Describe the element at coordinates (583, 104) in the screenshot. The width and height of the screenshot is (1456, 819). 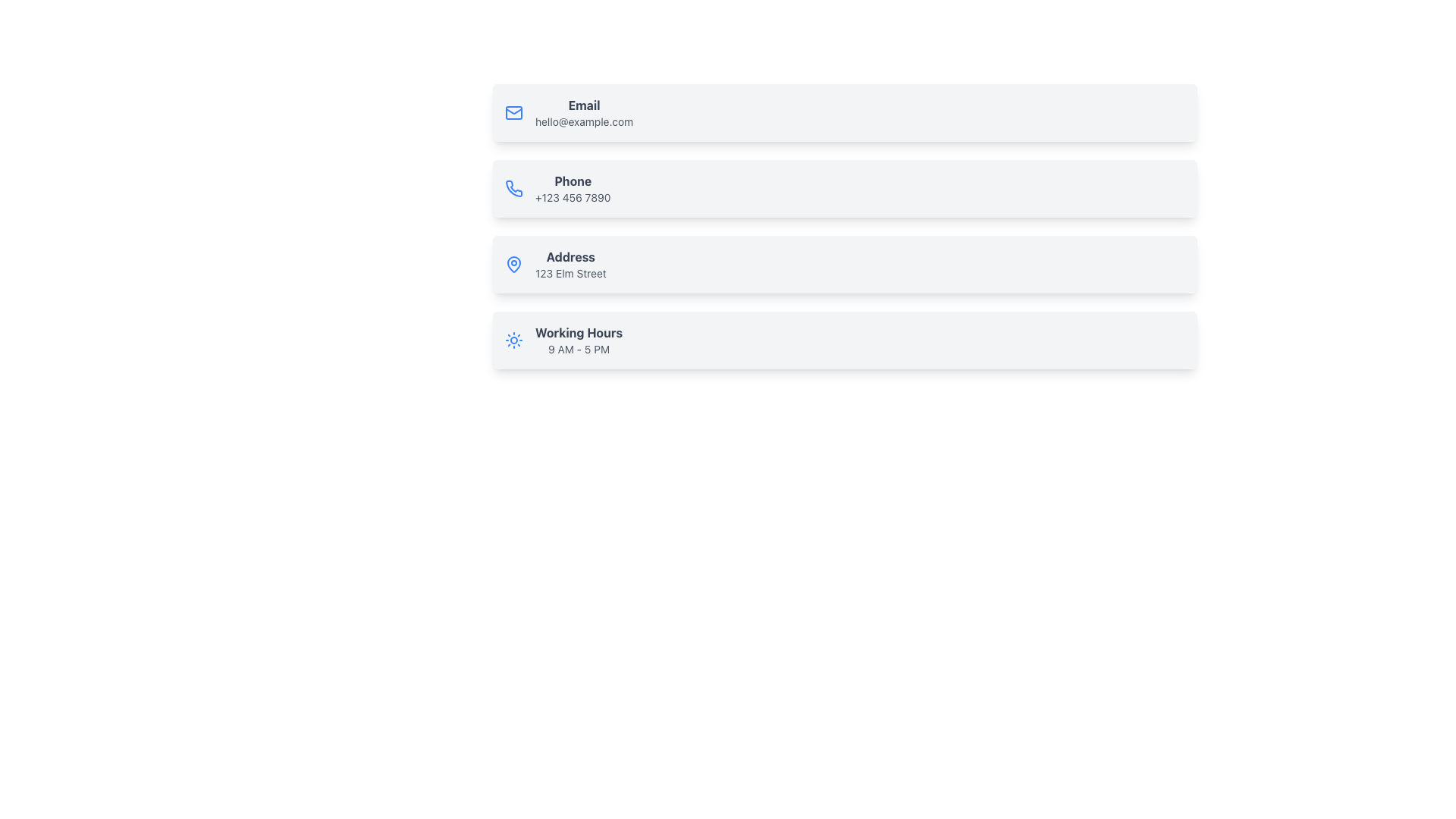
I see `the 'Email' text label, which is styled in bold, dark-gray font and is positioned above the email address 'hello@example.com' within the contact information section` at that location.